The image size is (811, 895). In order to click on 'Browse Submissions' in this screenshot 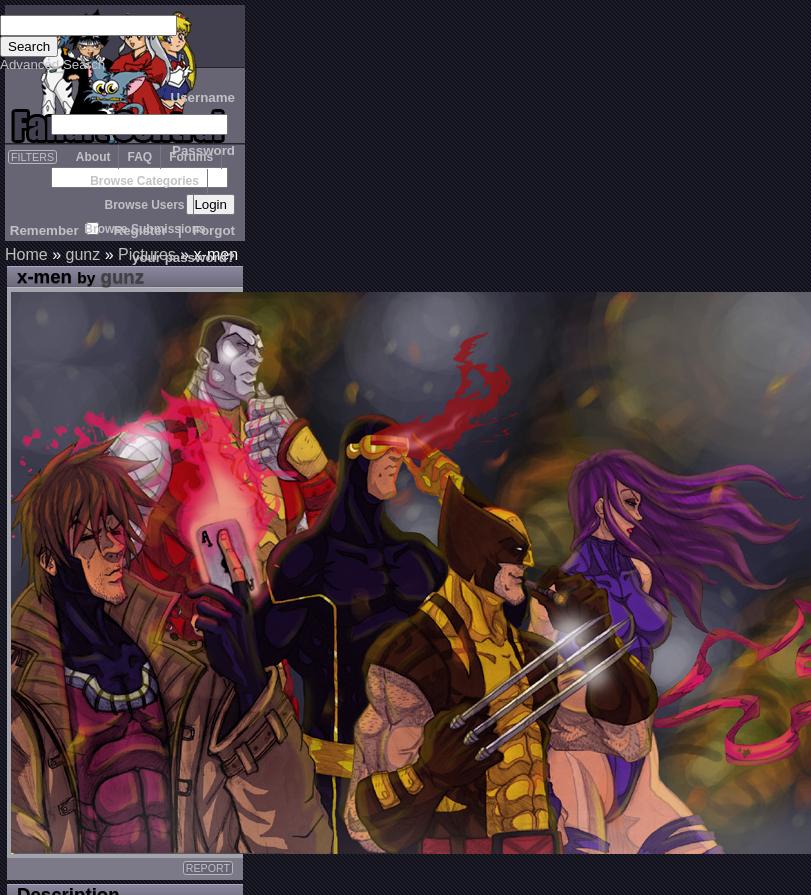, I will do `click(144, 229)`.